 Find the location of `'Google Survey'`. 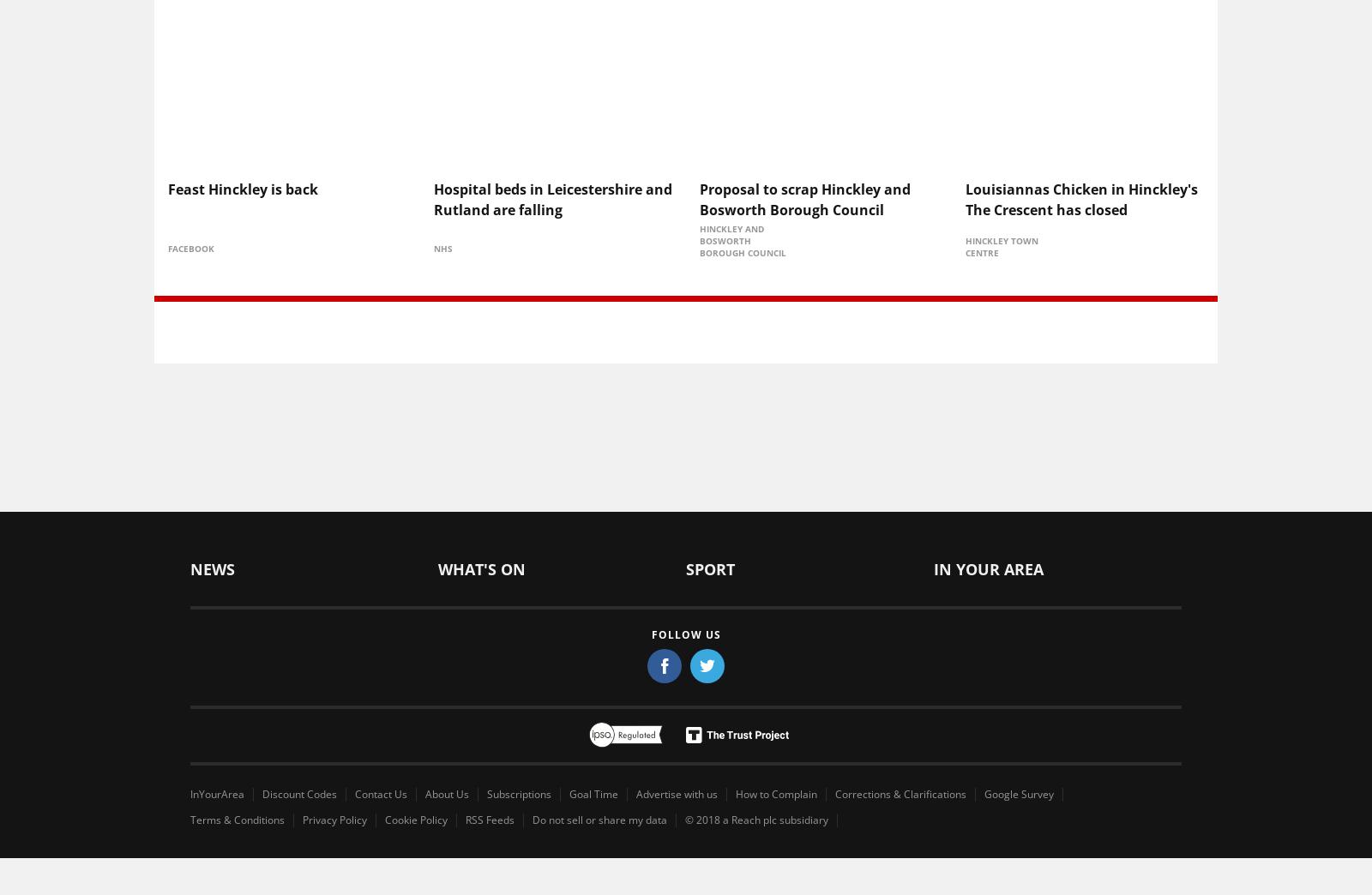

'Google Survey' is located at coordinates (1019, 792).